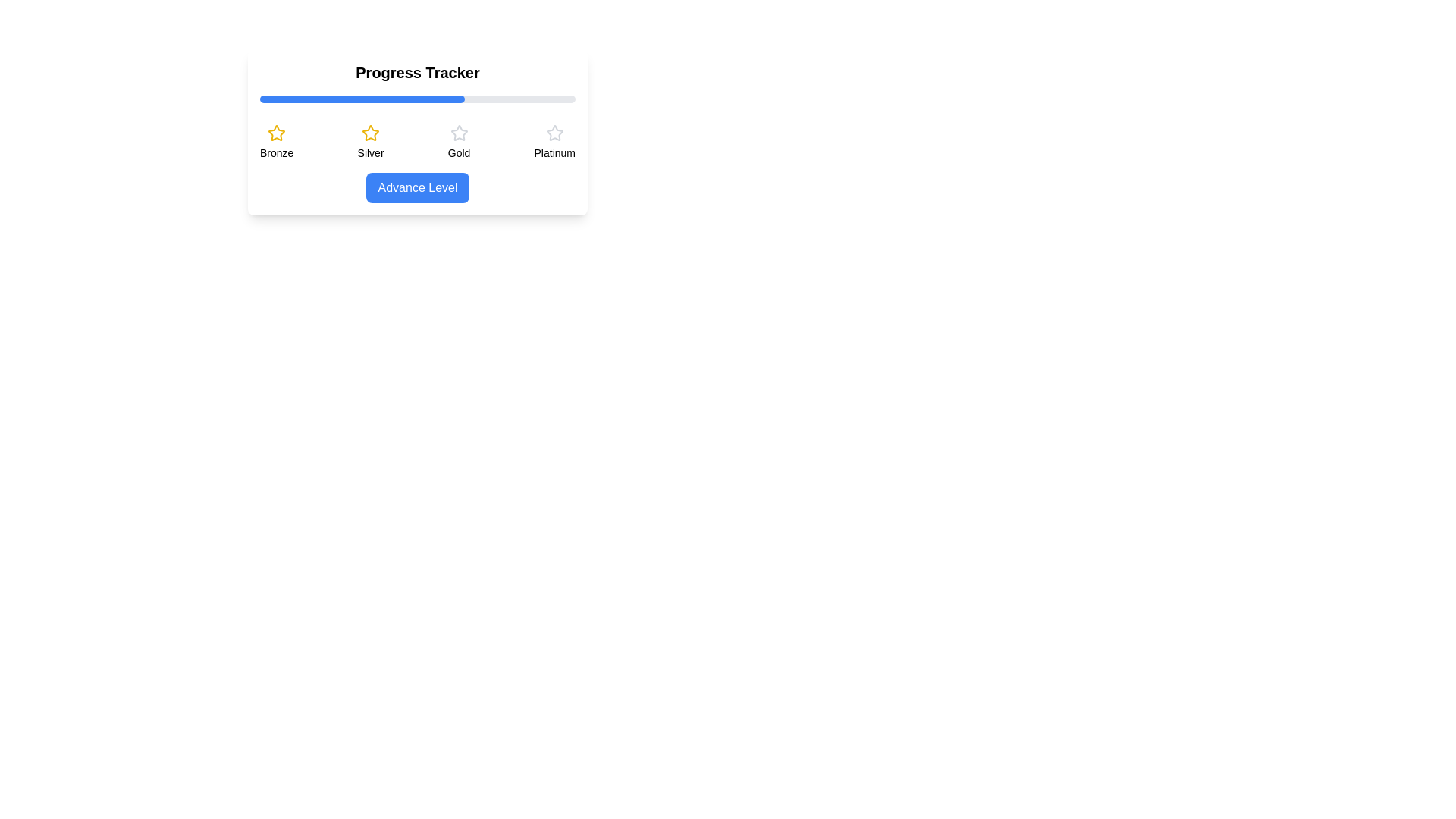  I want to click on the non-interactive UI icon labeled 'Gold' which is a gray star icon above the bold text 'Gold', located in the third position of a horizontal layout below 'Progress Tracker' and above the 'Advance Level' button, so click(458, 140).